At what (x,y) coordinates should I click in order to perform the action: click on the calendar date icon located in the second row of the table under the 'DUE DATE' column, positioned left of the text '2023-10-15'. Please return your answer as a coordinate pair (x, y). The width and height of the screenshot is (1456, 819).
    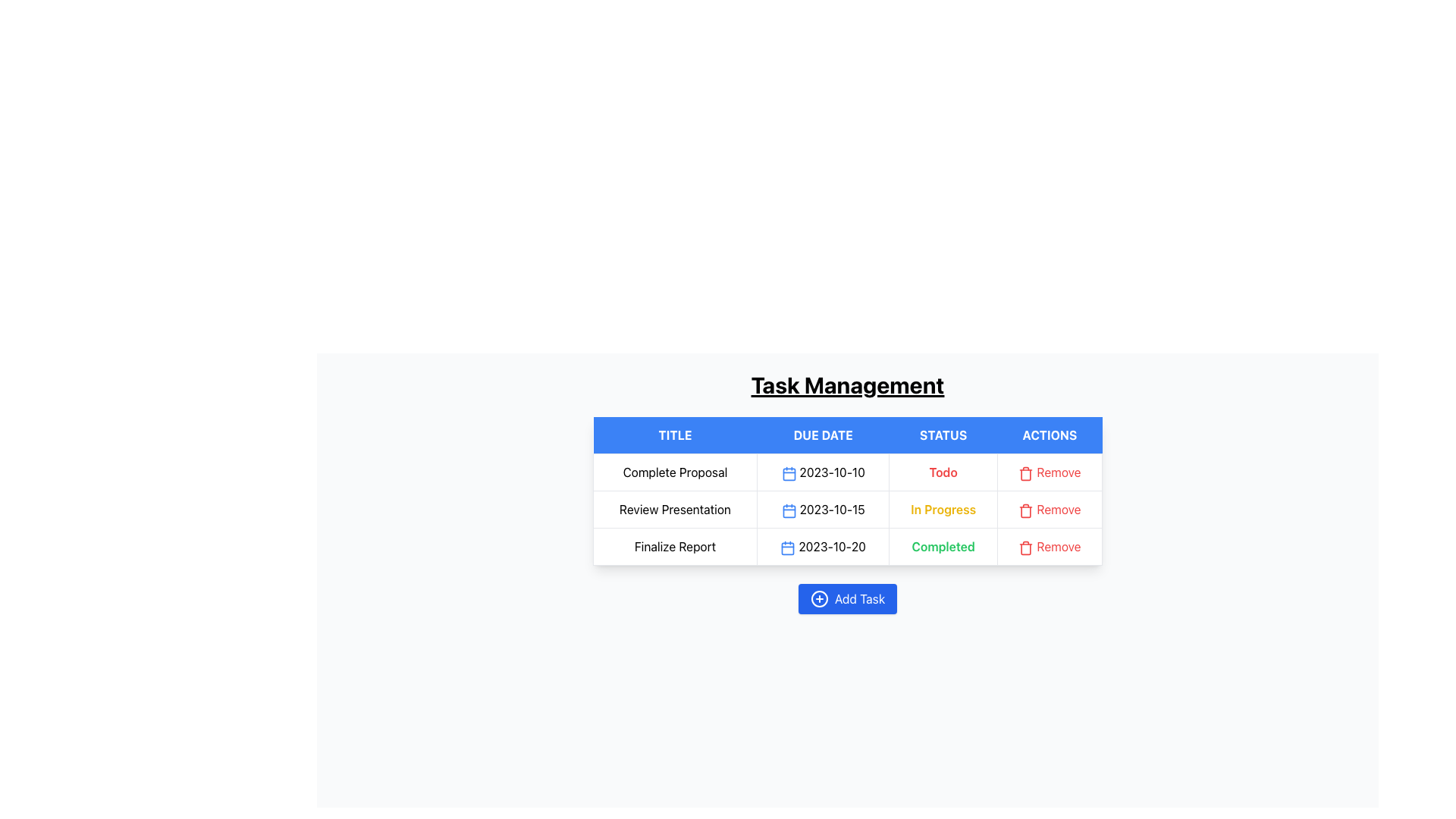
    Looking at the image, I should click on (789, 510).